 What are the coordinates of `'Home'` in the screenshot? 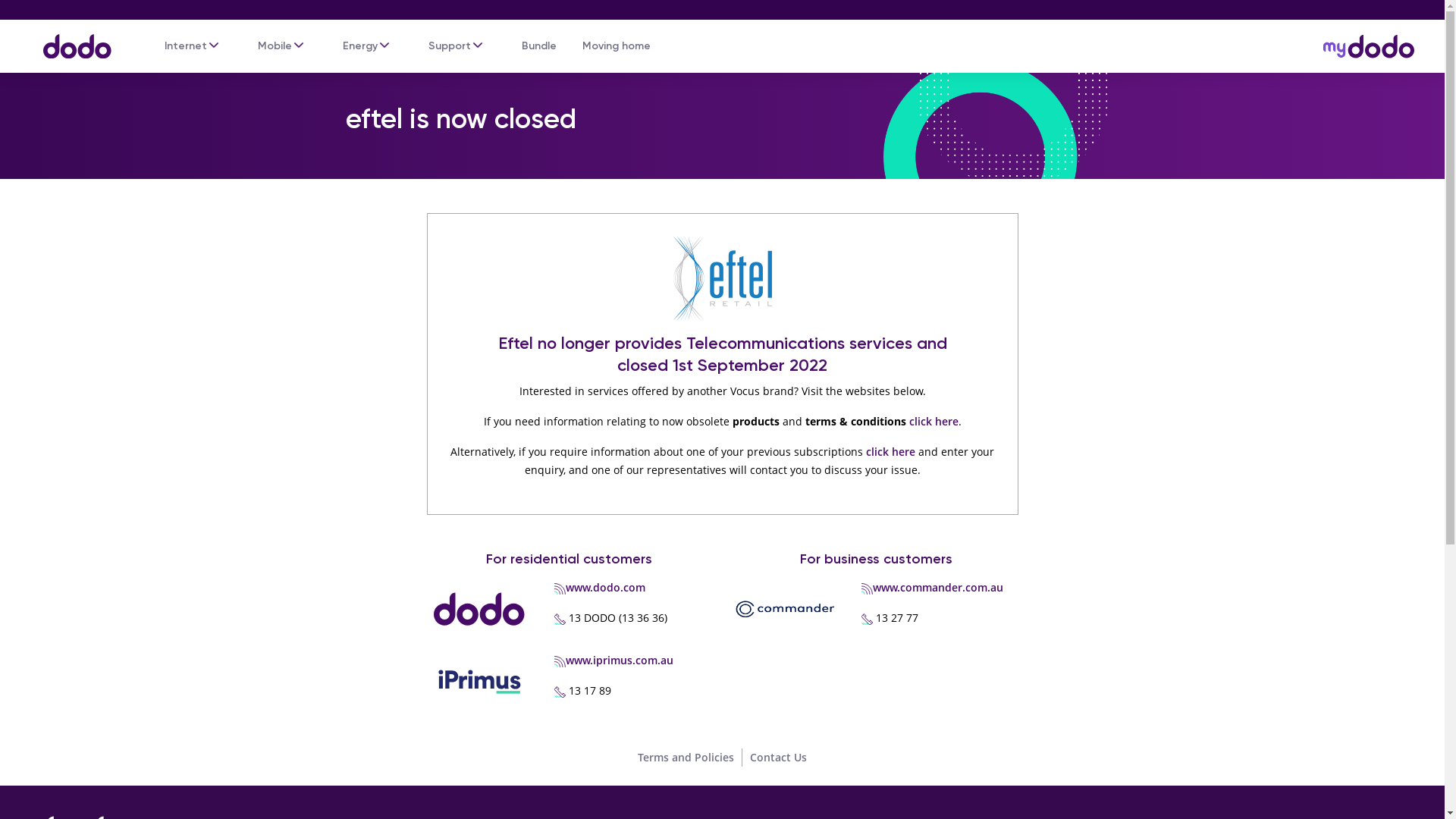 It's located at (27, 38).